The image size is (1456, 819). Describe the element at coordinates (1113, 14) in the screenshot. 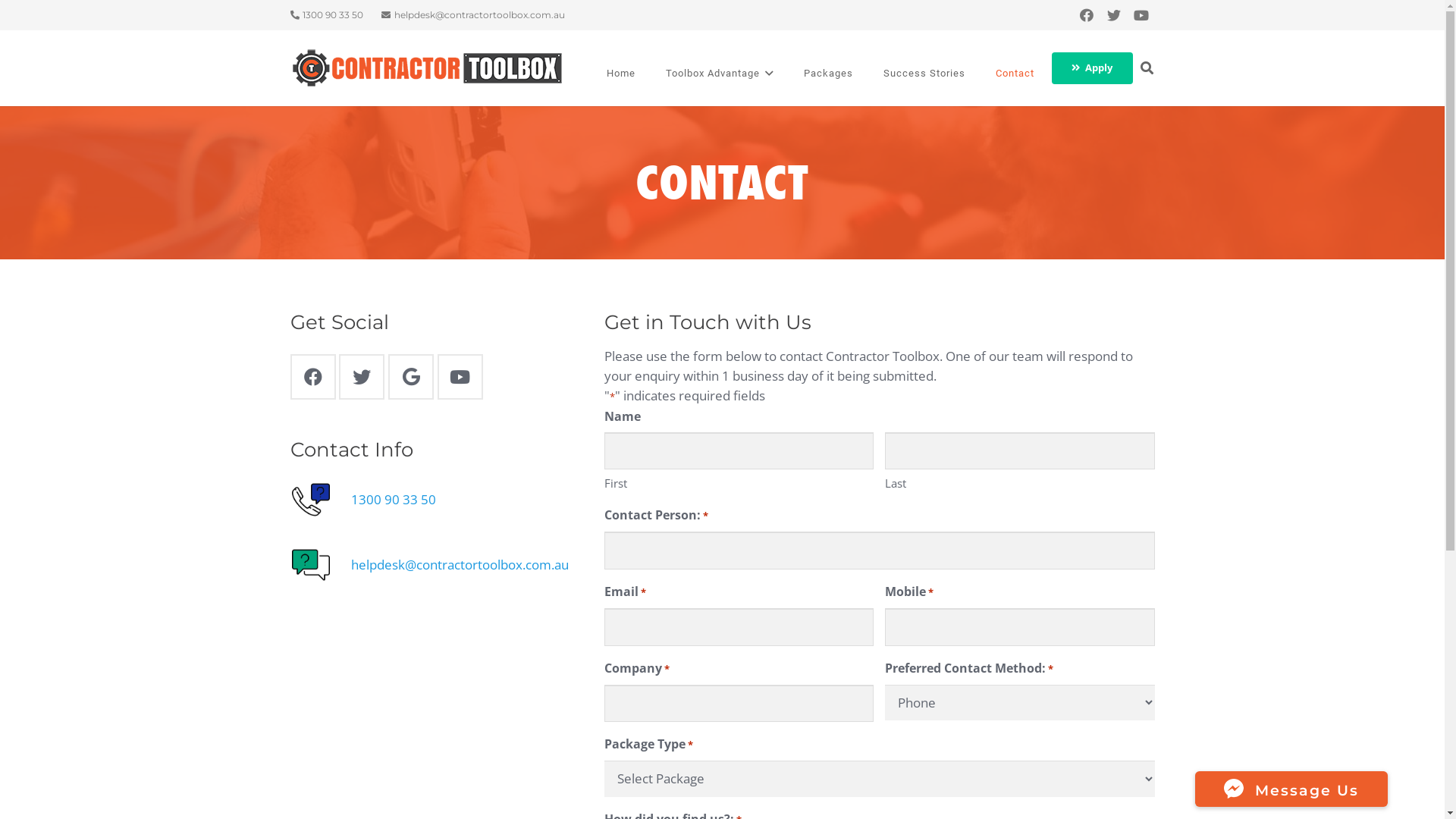

I see `'Twitter'` at that location.